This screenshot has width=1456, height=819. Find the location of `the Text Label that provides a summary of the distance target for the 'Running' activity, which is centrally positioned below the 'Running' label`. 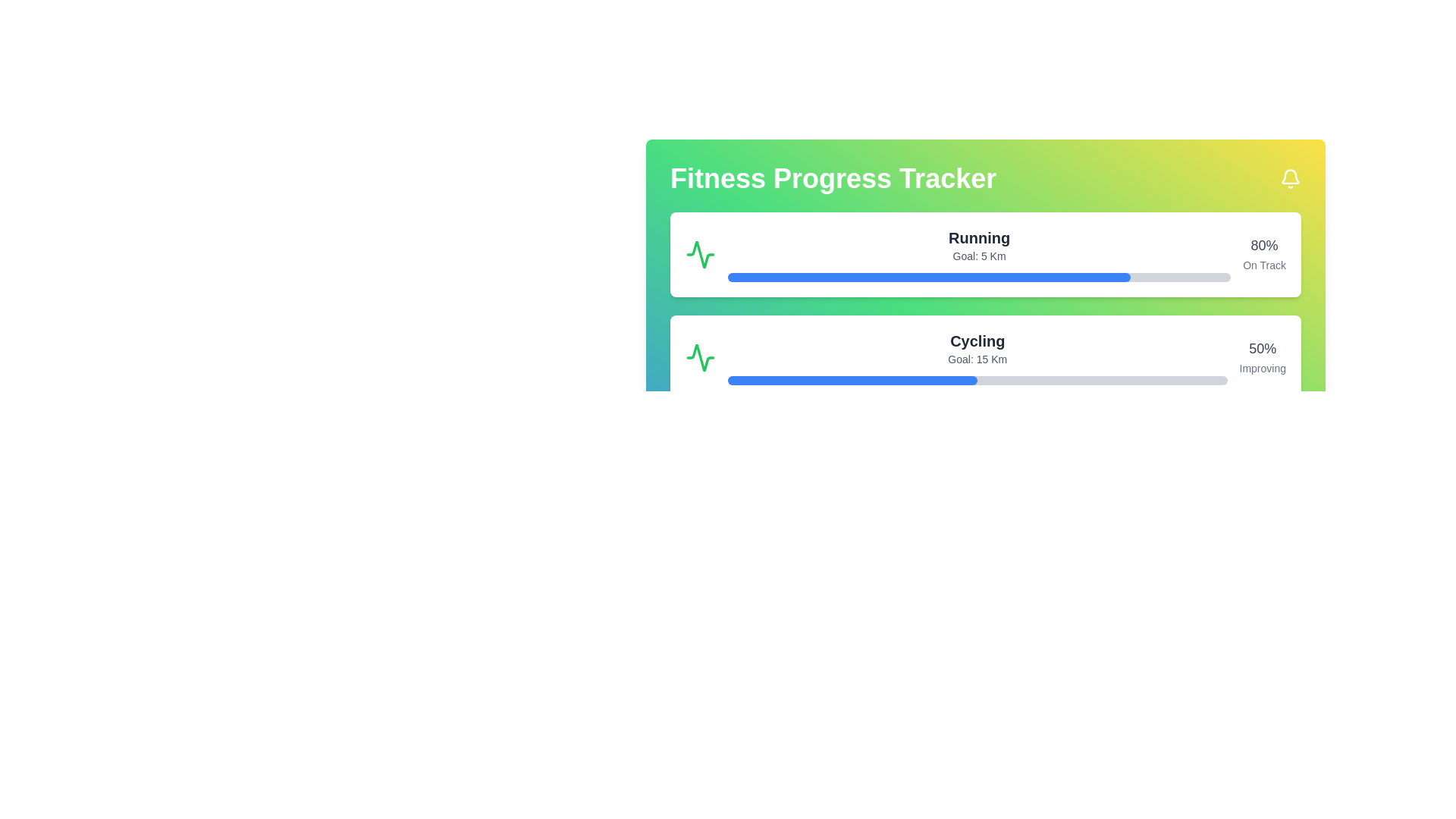

the Text Label that provides a summary of the distance target for the 'Running' activity, which is centrally positioned below the 'Running' label is located at coordinates (979, 256).